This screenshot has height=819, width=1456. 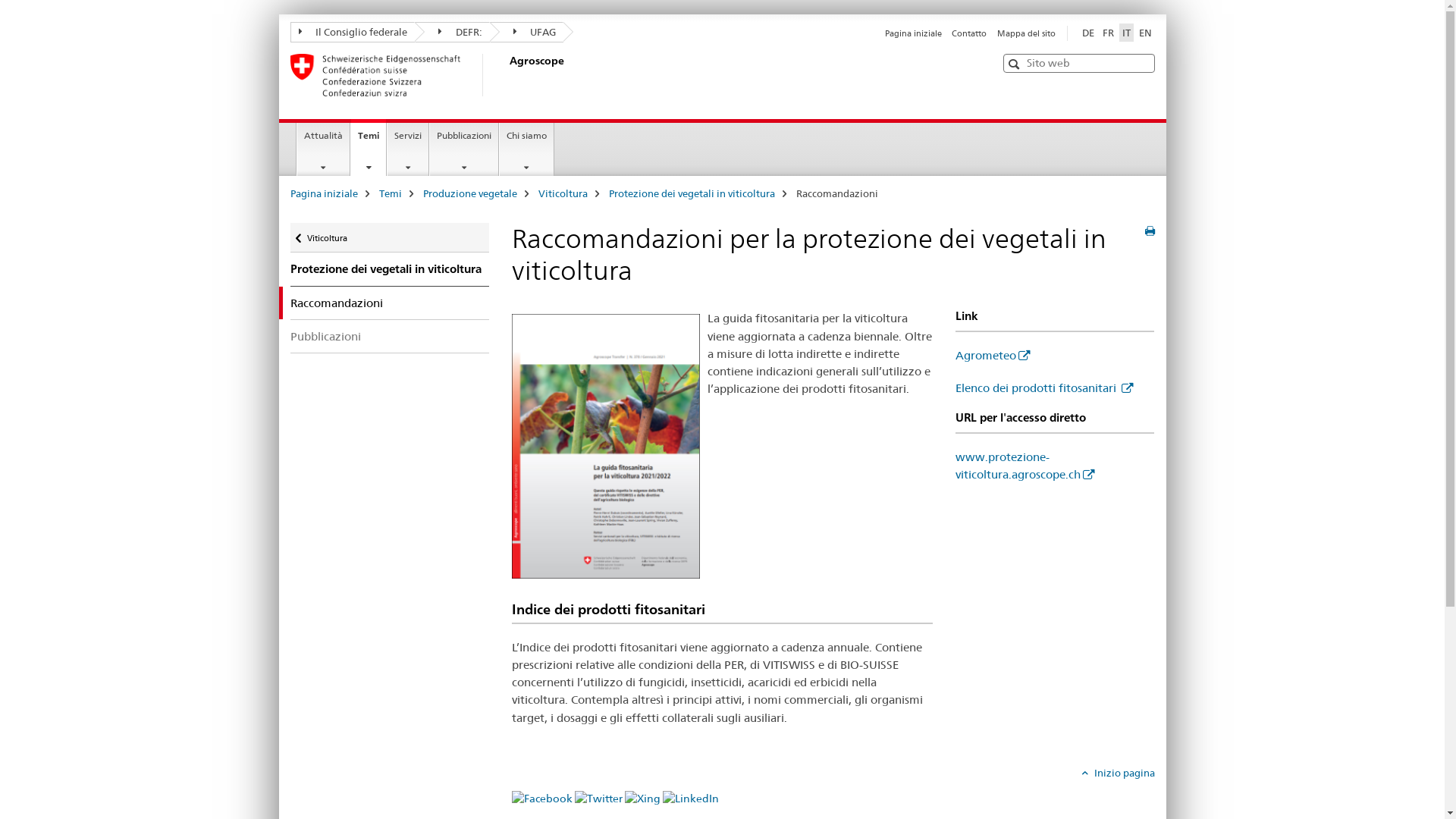 I want to click on 'FR', so click(x=1108, y=32).